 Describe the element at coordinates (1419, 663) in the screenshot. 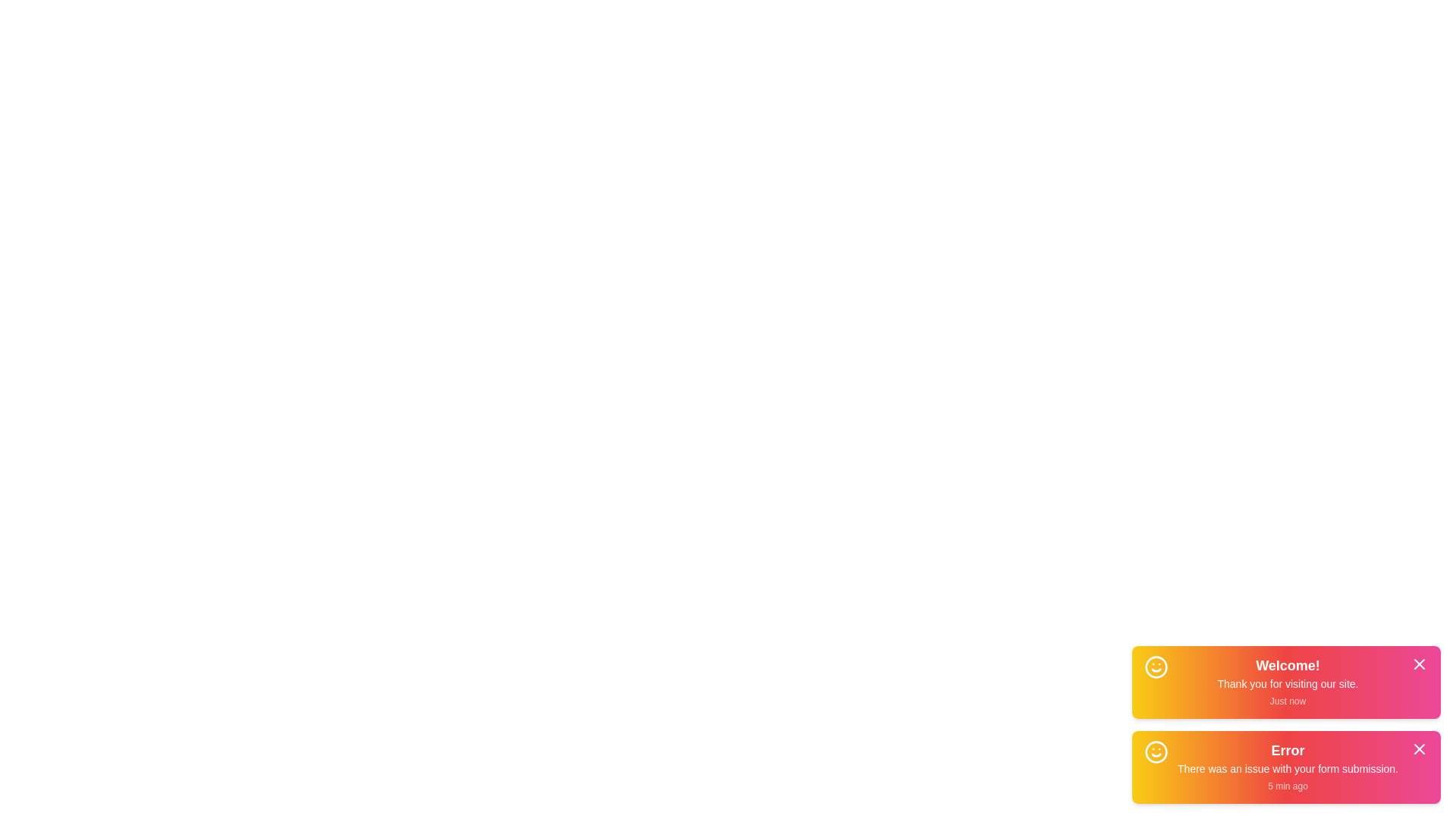

I see `the close button of the message to dismiss it` at that location.